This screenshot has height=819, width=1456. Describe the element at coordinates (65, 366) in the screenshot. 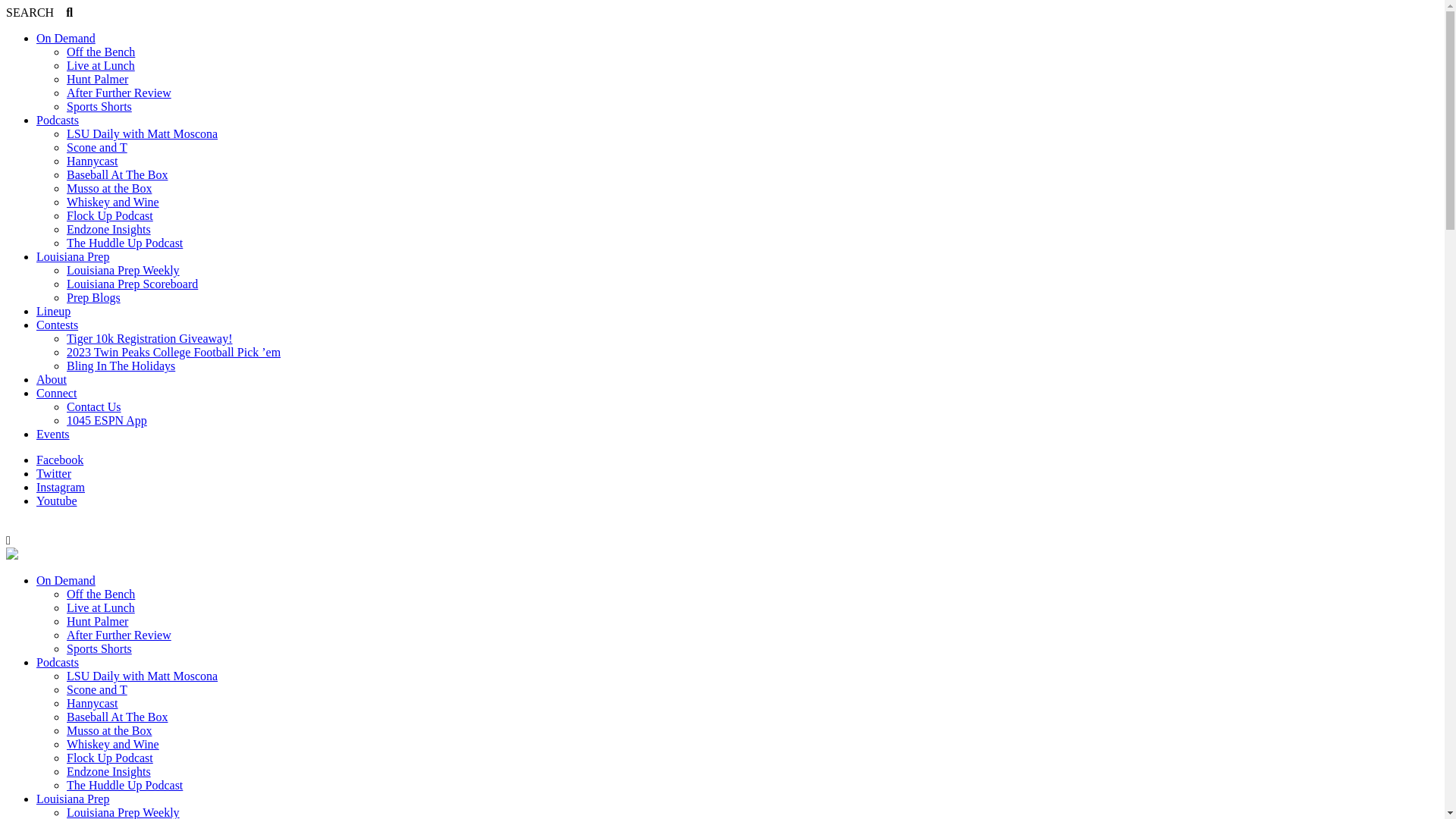

I see `'Bling In The Holidays'` at that location.